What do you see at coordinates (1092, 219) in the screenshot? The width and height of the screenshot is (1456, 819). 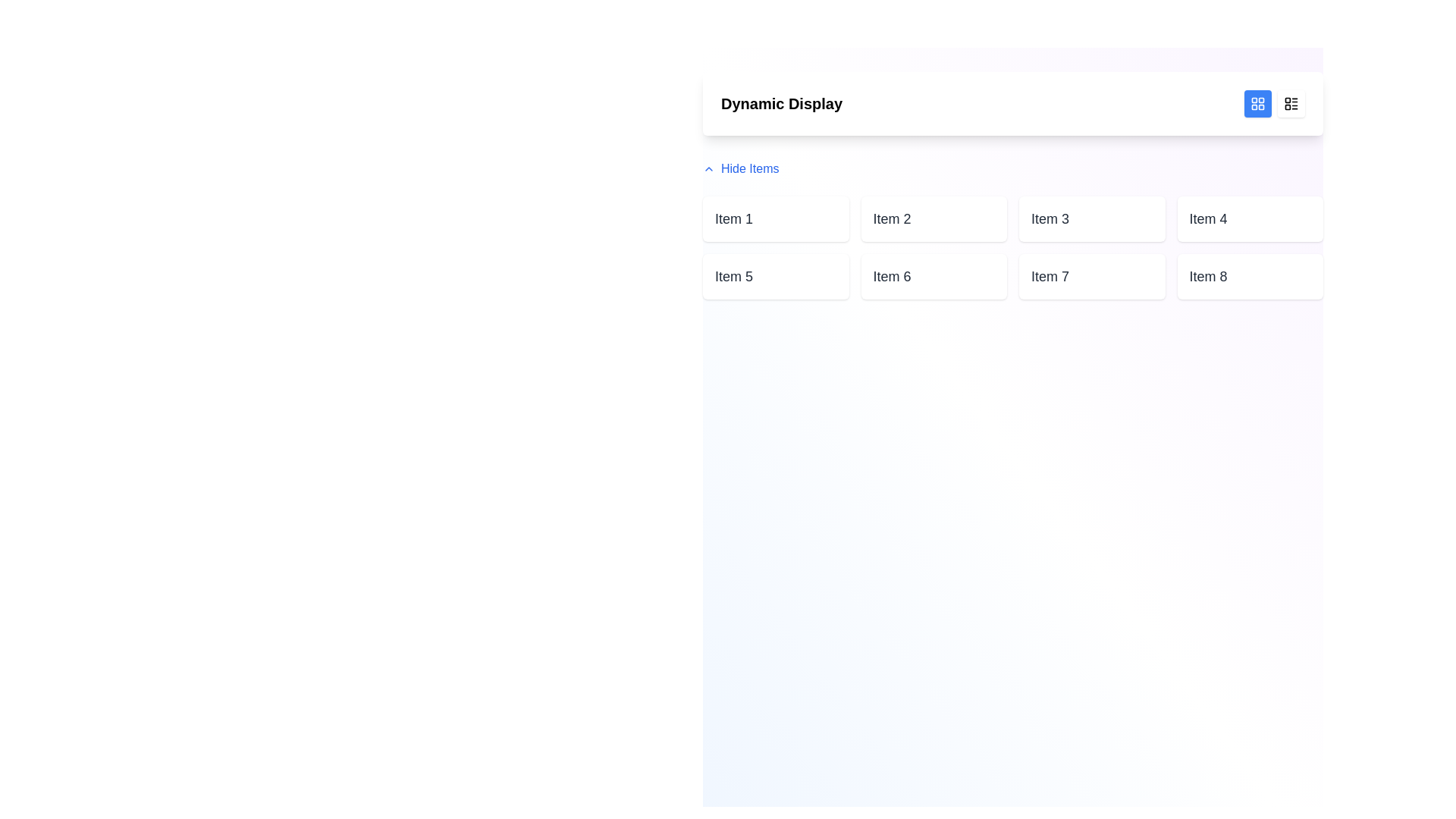 I see `the Card component labeled 'Item 3'` at bounding box center [1092, 219].